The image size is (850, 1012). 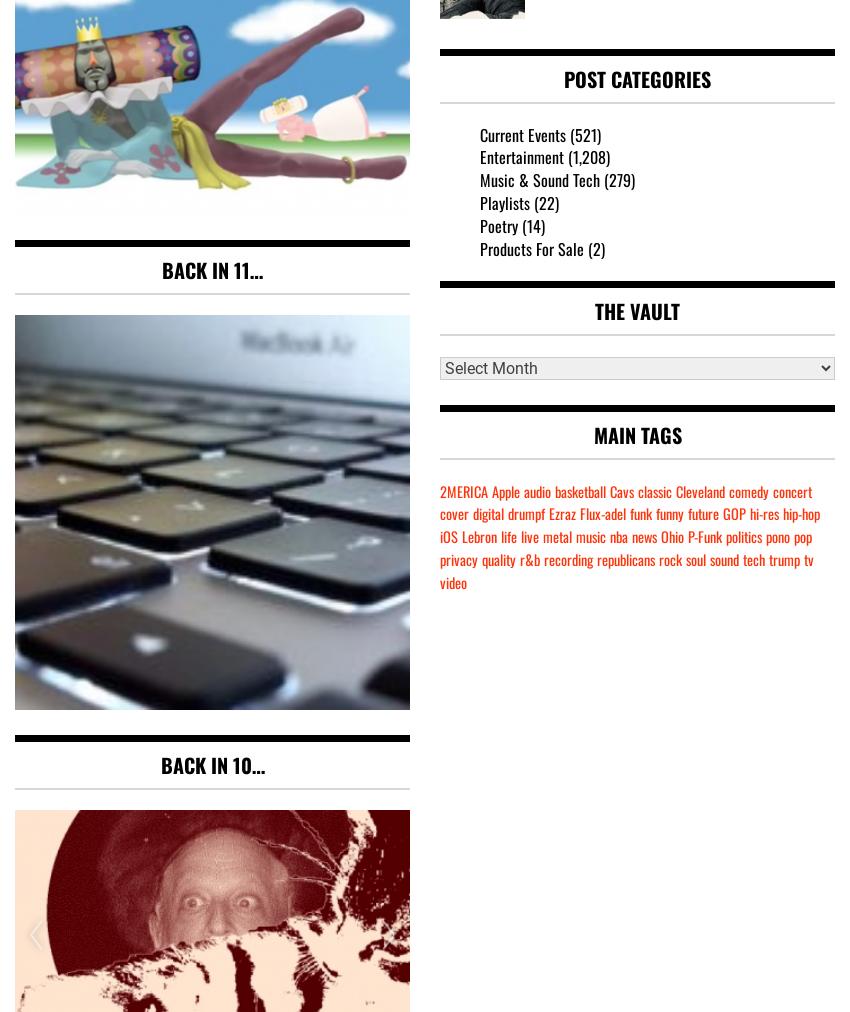 I want to click on 'Cleveland', so click(x=699, y=490).